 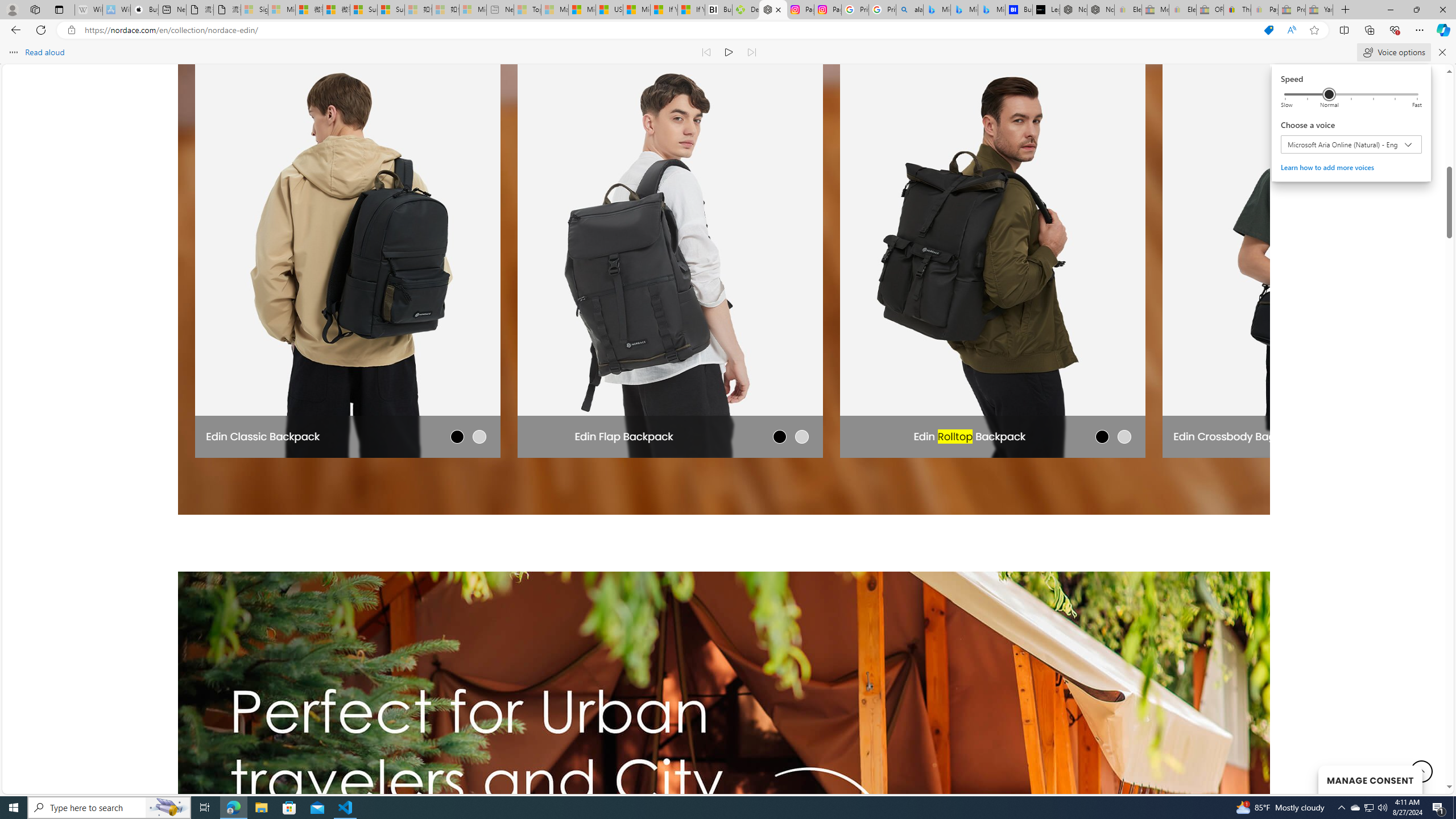 What do you see at coordinates (1439, 806) in the screenshot?
I see `'Action Center, 1 new notification'` at bounding box center [1439, 806].